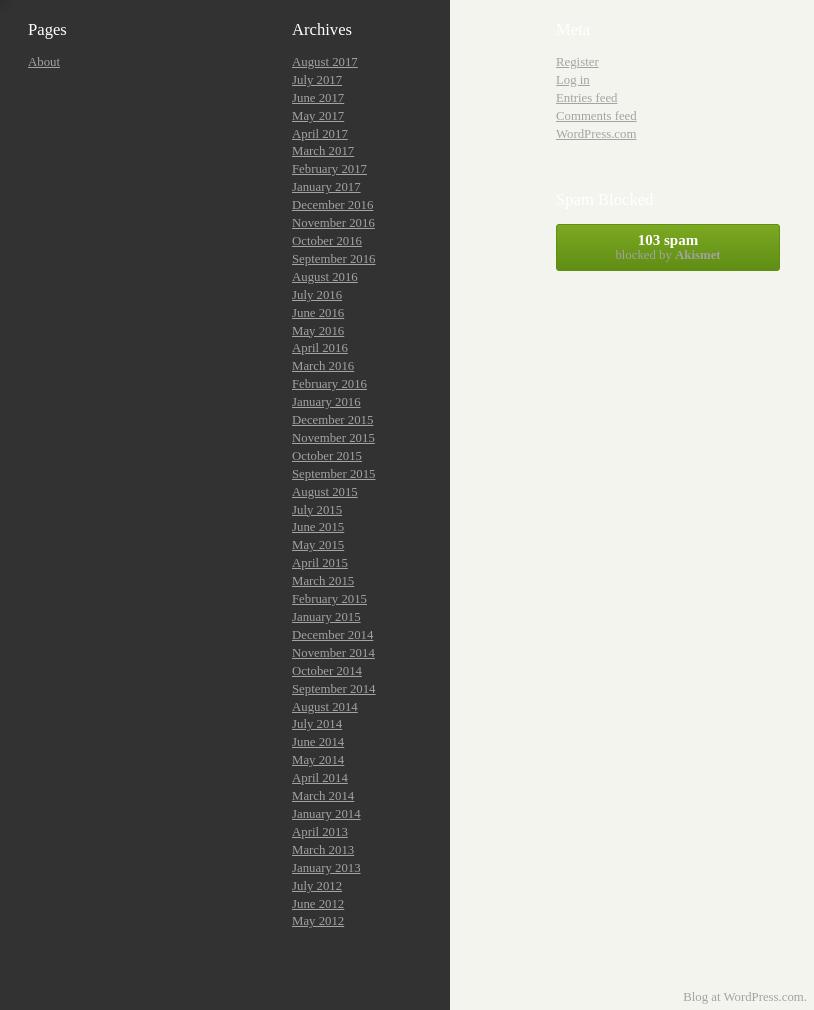 The height and width of the screenshot is (1010, 814). What do you see at coordinates (326, 455) in the screenshot?
I see `'October 2015'` at bounding box center [326, 455].